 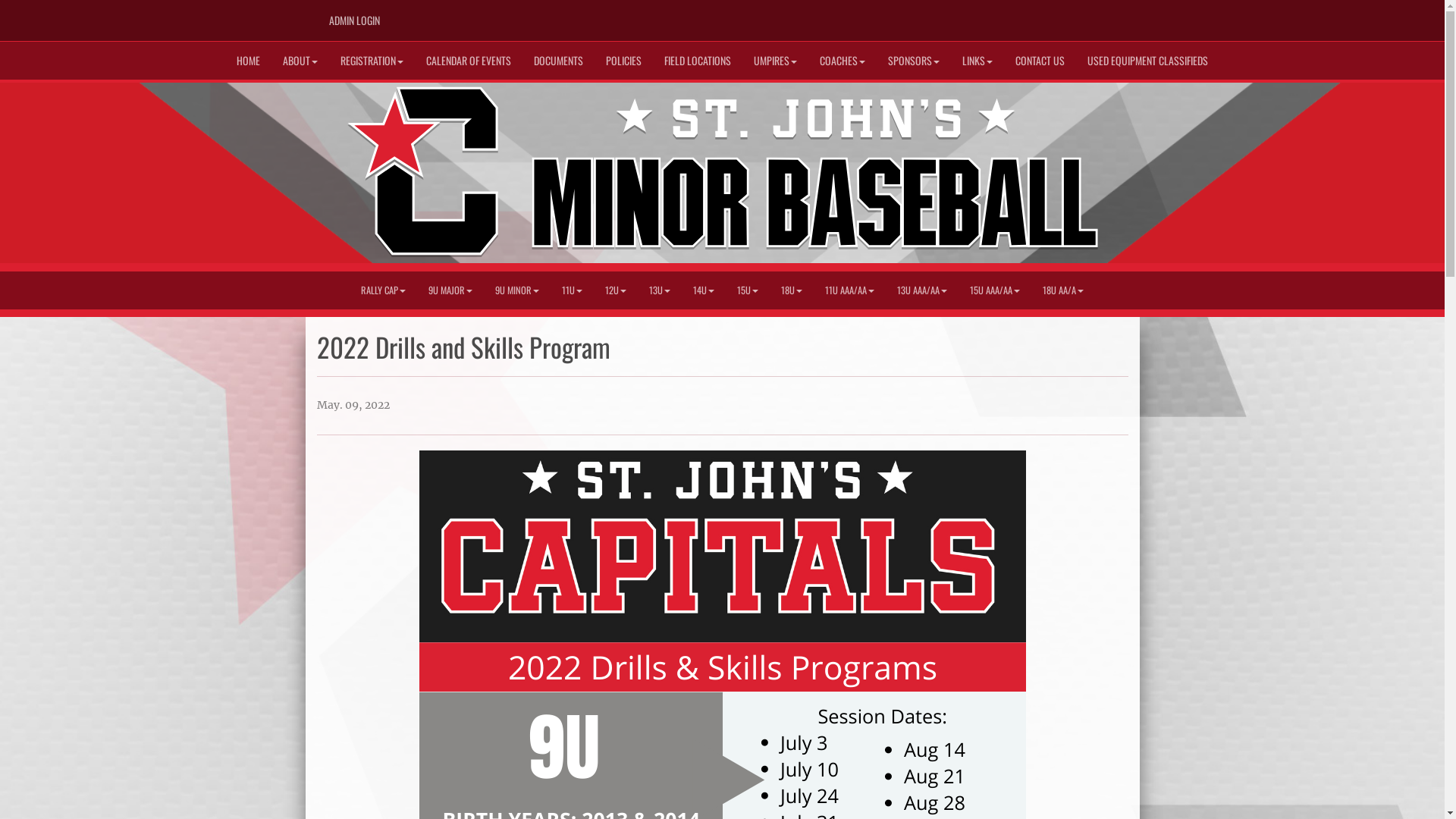 What do you see at coordinates (977, 60) in the screenshot?
I see `'LINKS'` at bounding box center [977, 60].